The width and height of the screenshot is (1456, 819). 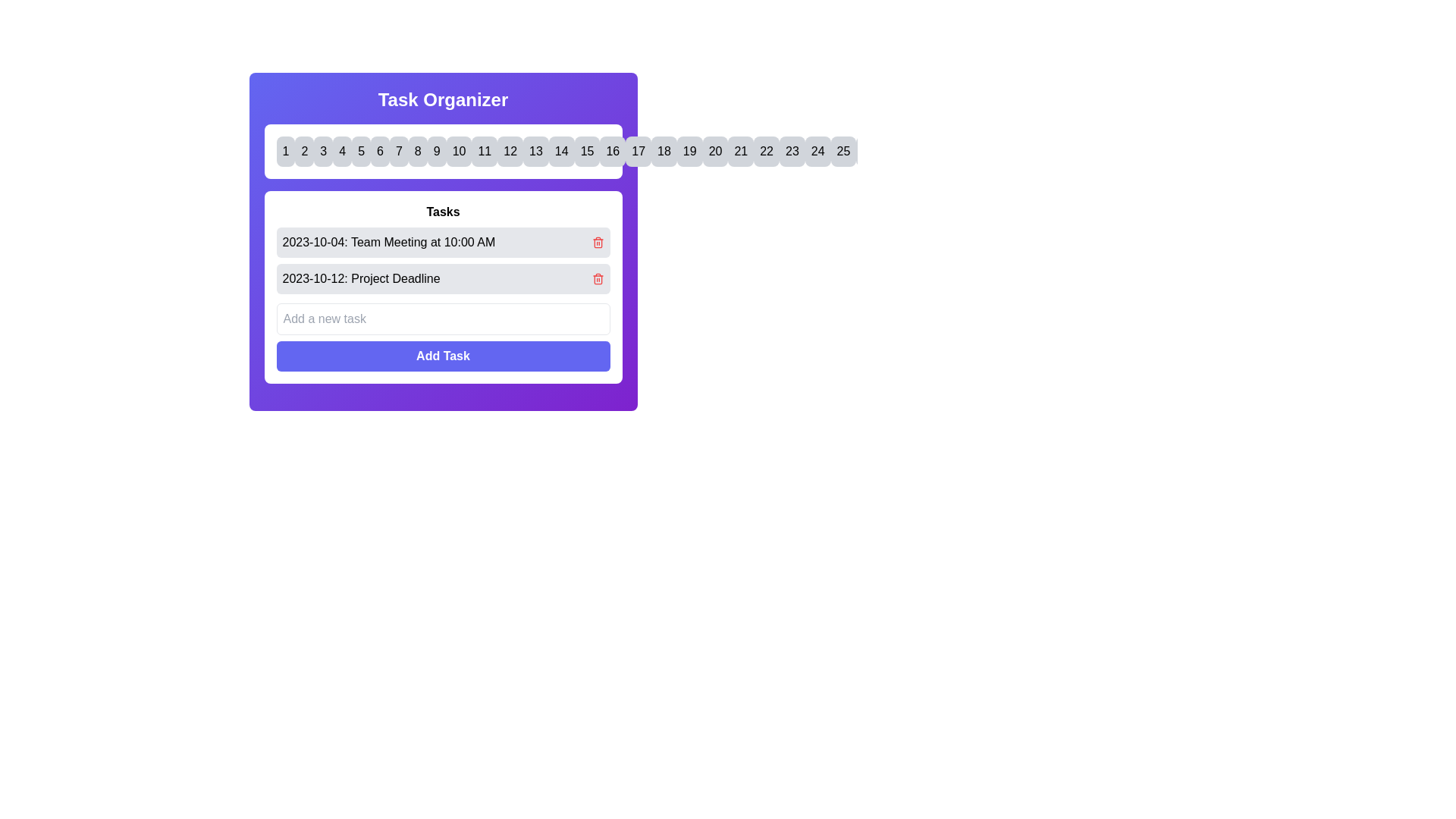 What do you see at coordinates (341, 152) in the screenshot?
I see `the button displaying the number '4', which is the fourth button in a horizontal sequence of numbered buttons with a light gray background and black text` at bounding box center [341, 152].